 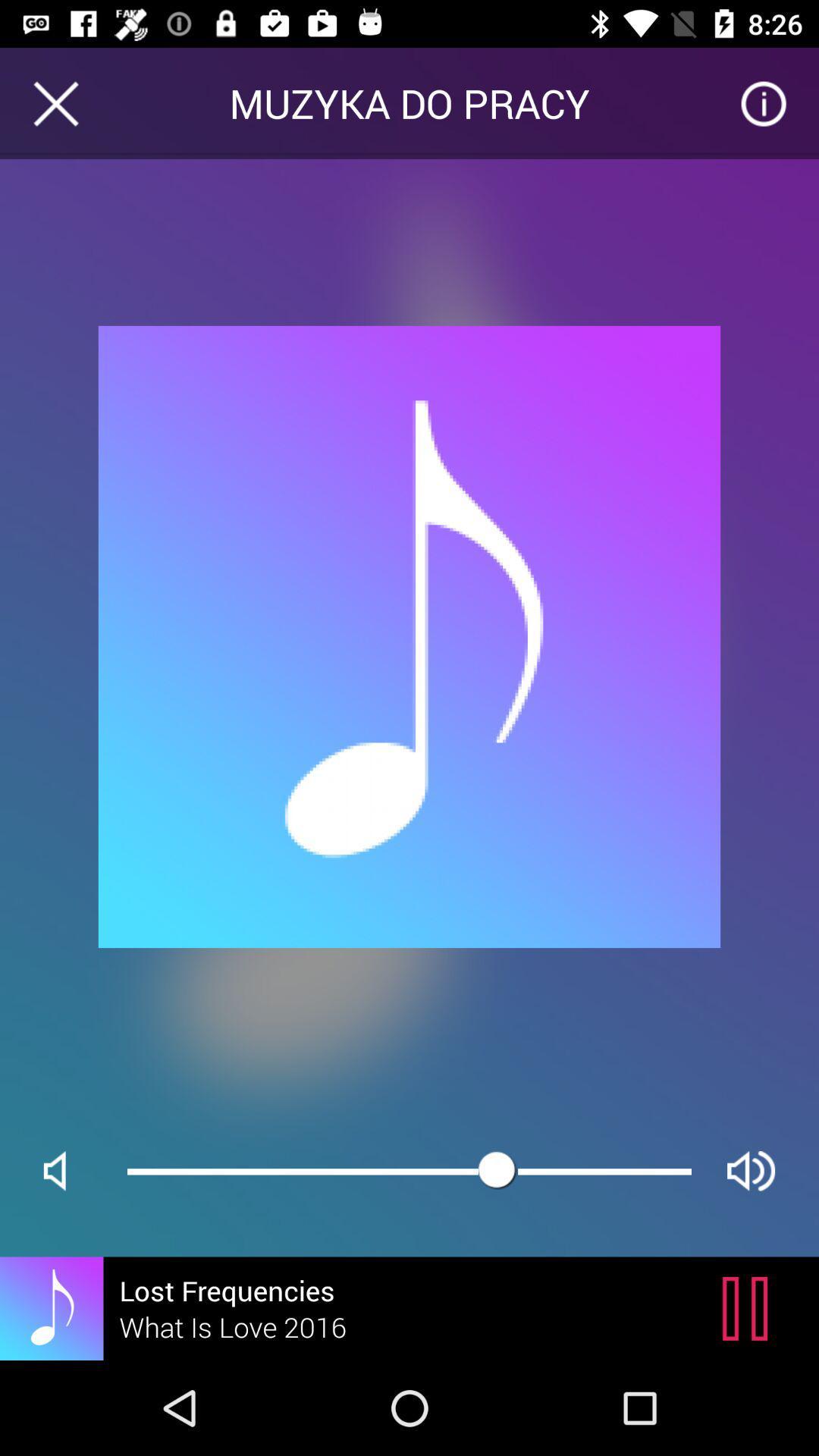 What do you see at coordinates (751, 1170) in the screenshot?
I see `the volume icon` at bounding box center [751, 1170].